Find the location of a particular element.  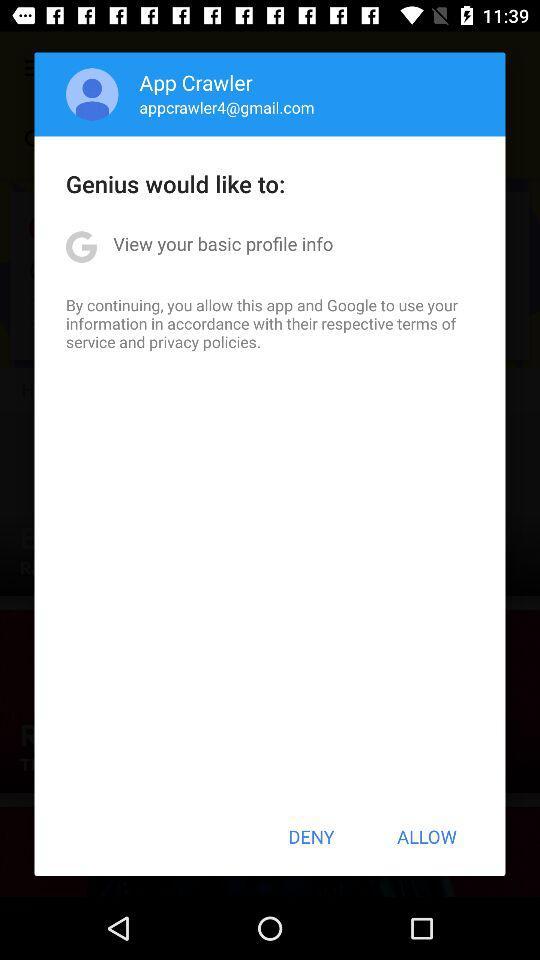

the item next to the allow button is located at coordinates (311, 836).